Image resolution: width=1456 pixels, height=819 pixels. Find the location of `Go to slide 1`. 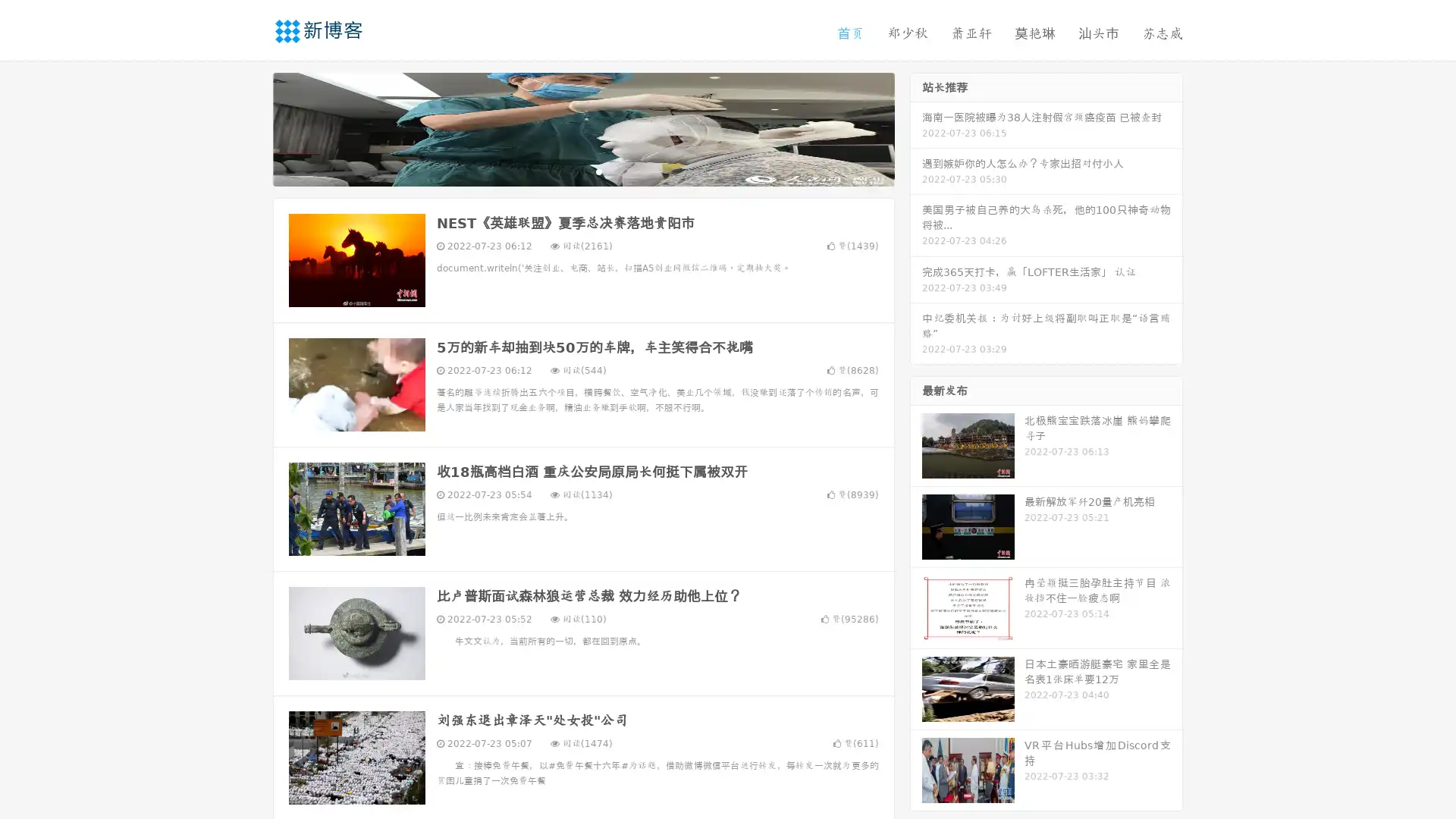

Go to slide 1 is located at coordinates (567, 171).